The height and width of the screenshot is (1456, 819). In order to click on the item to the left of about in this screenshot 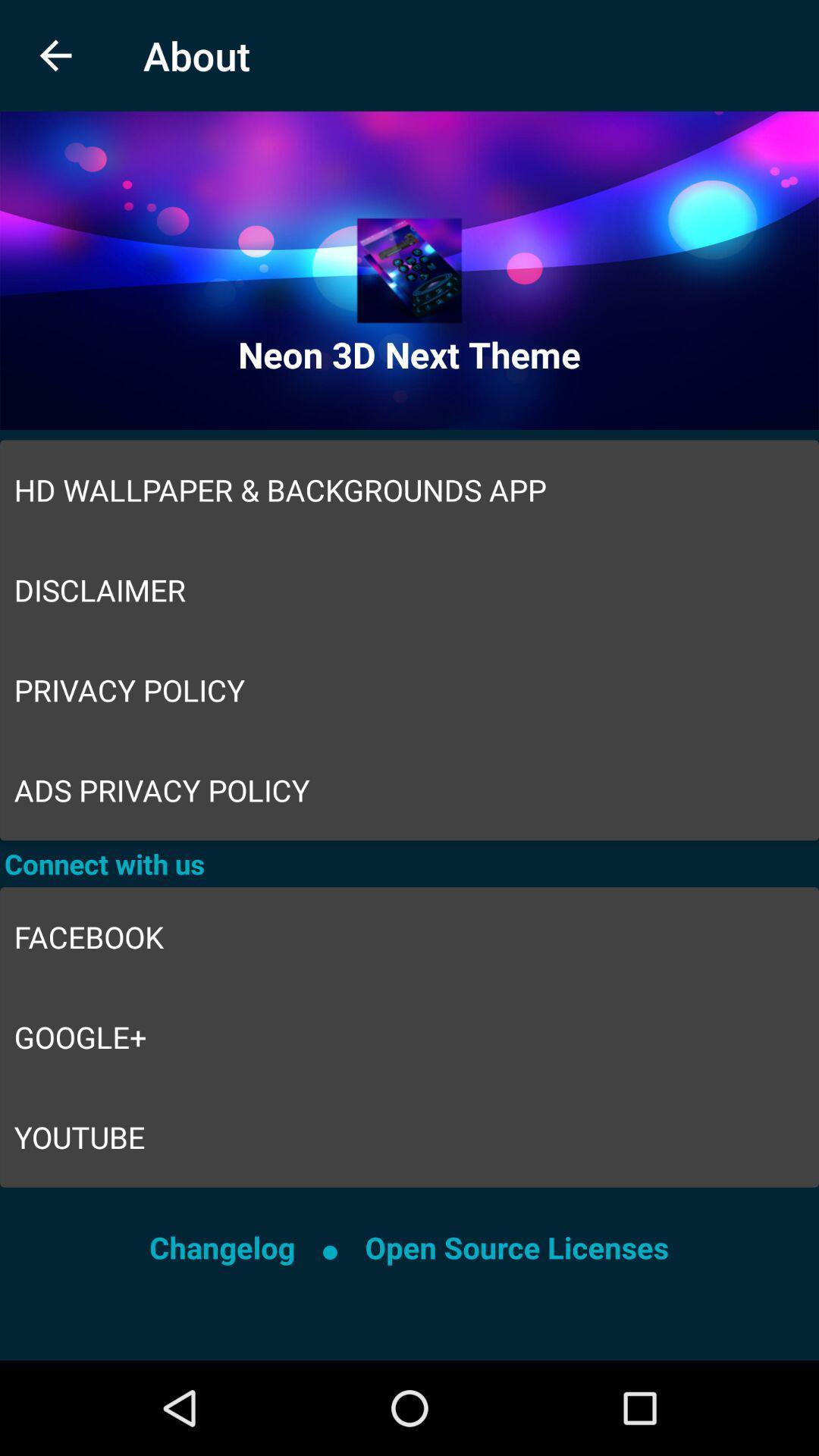, I will do `click(55, 55)`.